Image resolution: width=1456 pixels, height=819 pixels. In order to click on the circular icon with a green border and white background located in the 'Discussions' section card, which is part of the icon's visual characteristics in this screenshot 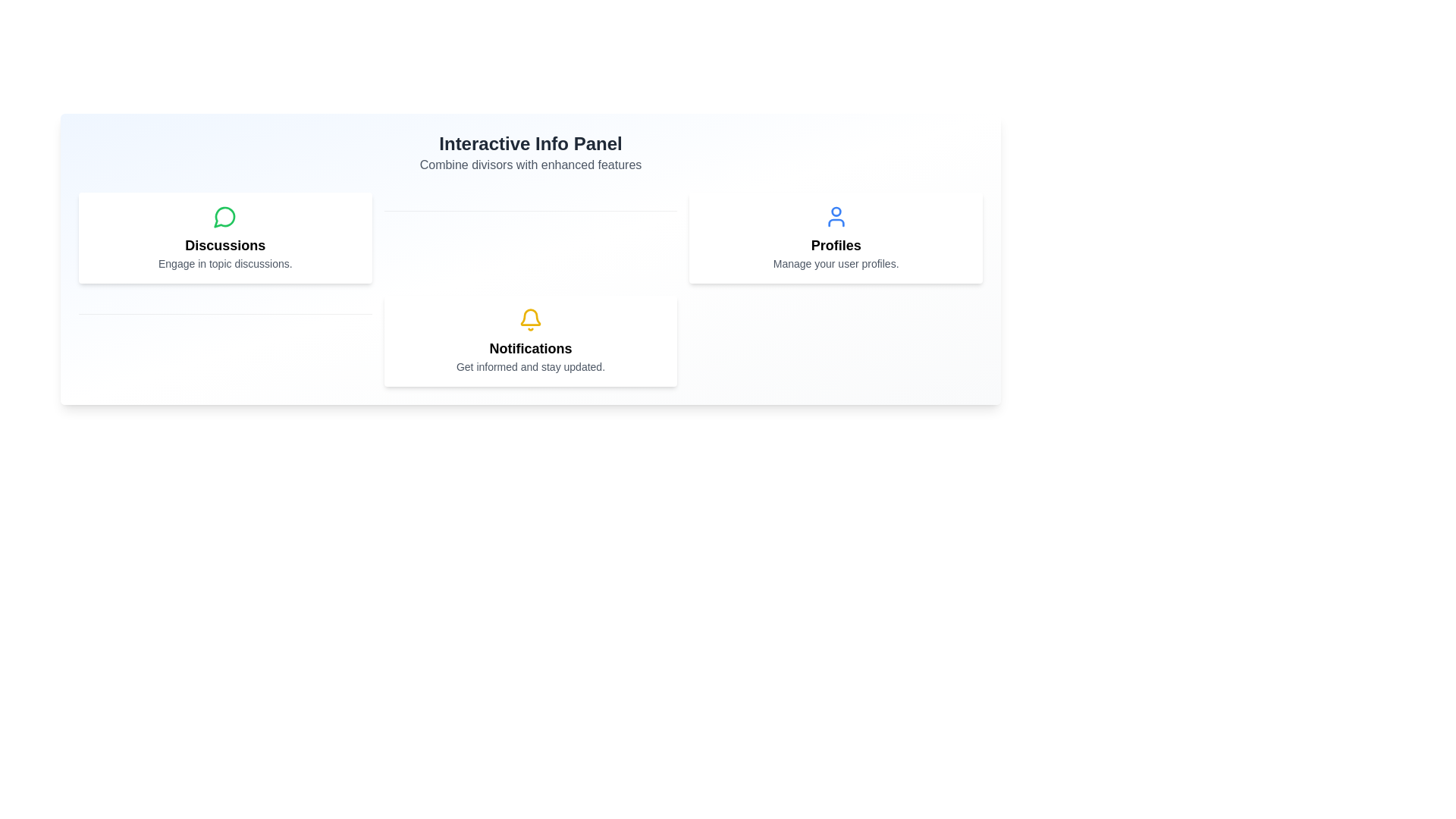, I will do `click(224, 217)`.